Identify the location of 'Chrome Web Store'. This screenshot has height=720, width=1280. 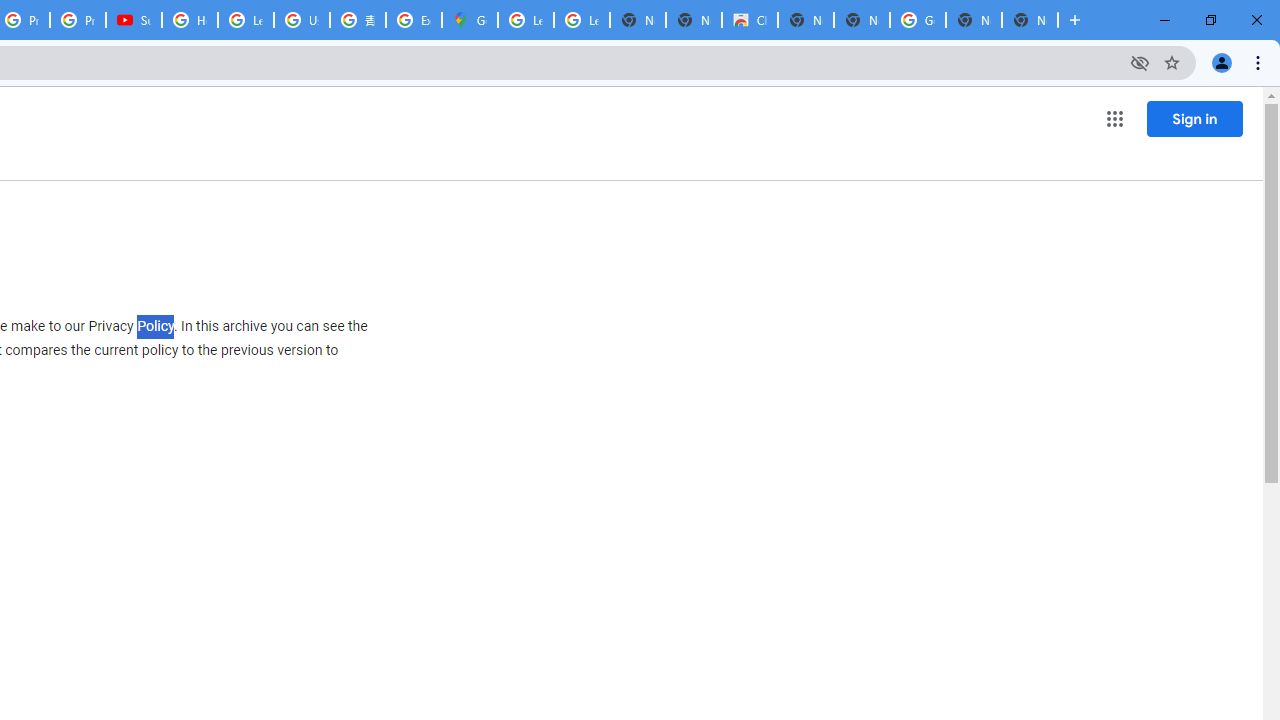
(749, 20).